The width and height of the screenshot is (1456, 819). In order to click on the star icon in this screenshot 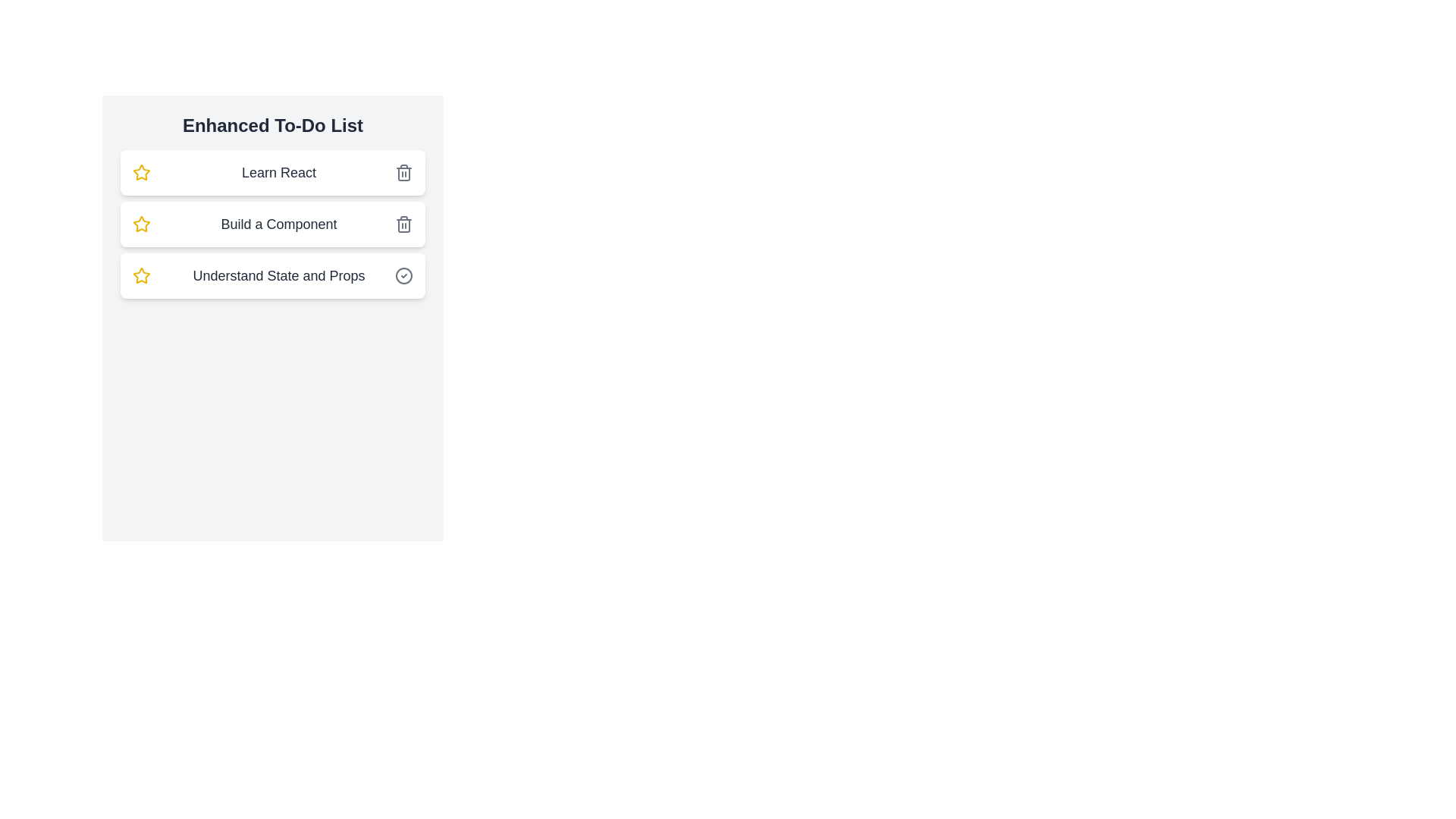, I will do `click(142, 171)`.